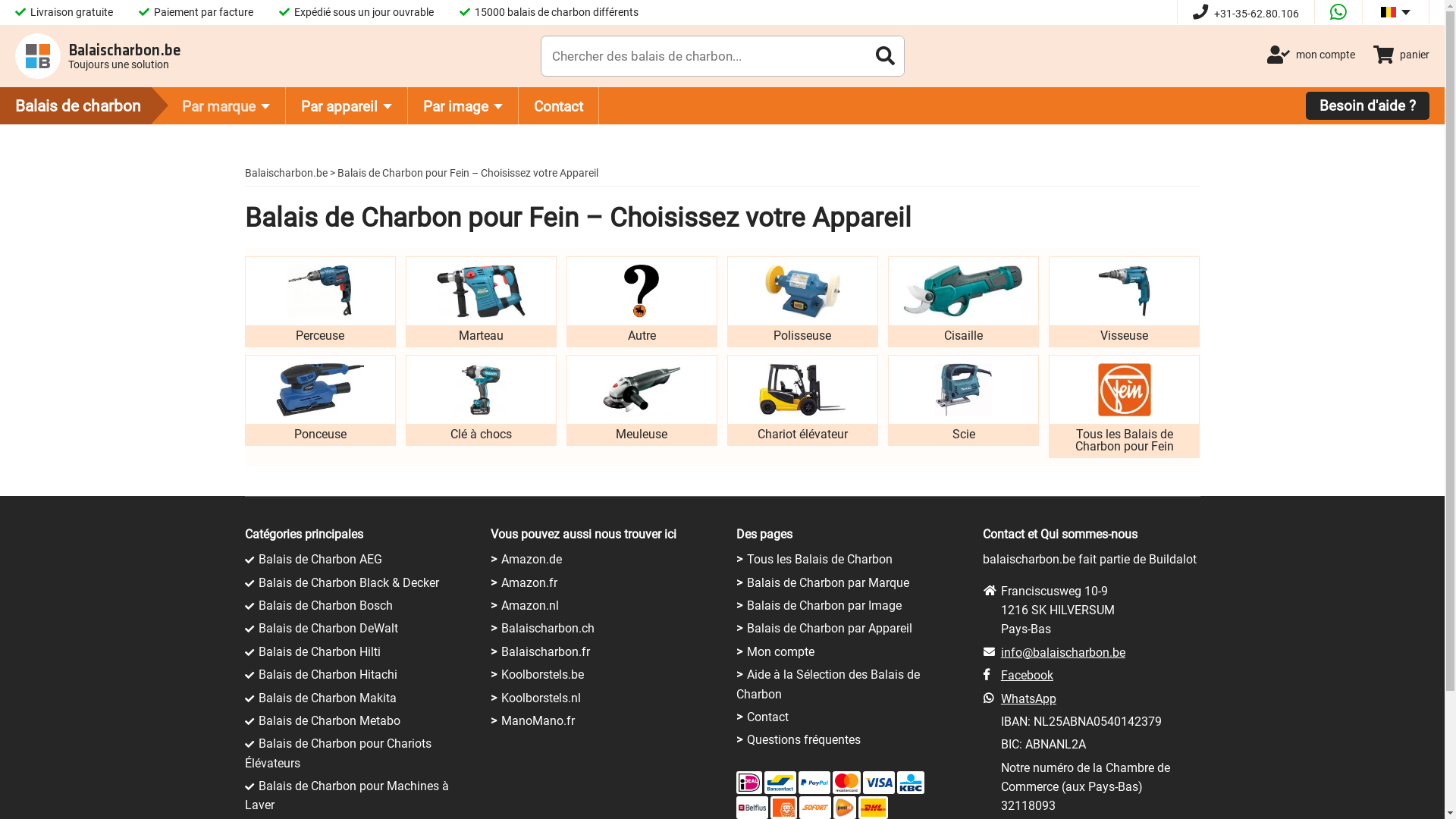 The image size is (1456, 819). Describe the element at coordinates (800, 806) in the screenshot. I see `'Sofort-logo'` at that location.